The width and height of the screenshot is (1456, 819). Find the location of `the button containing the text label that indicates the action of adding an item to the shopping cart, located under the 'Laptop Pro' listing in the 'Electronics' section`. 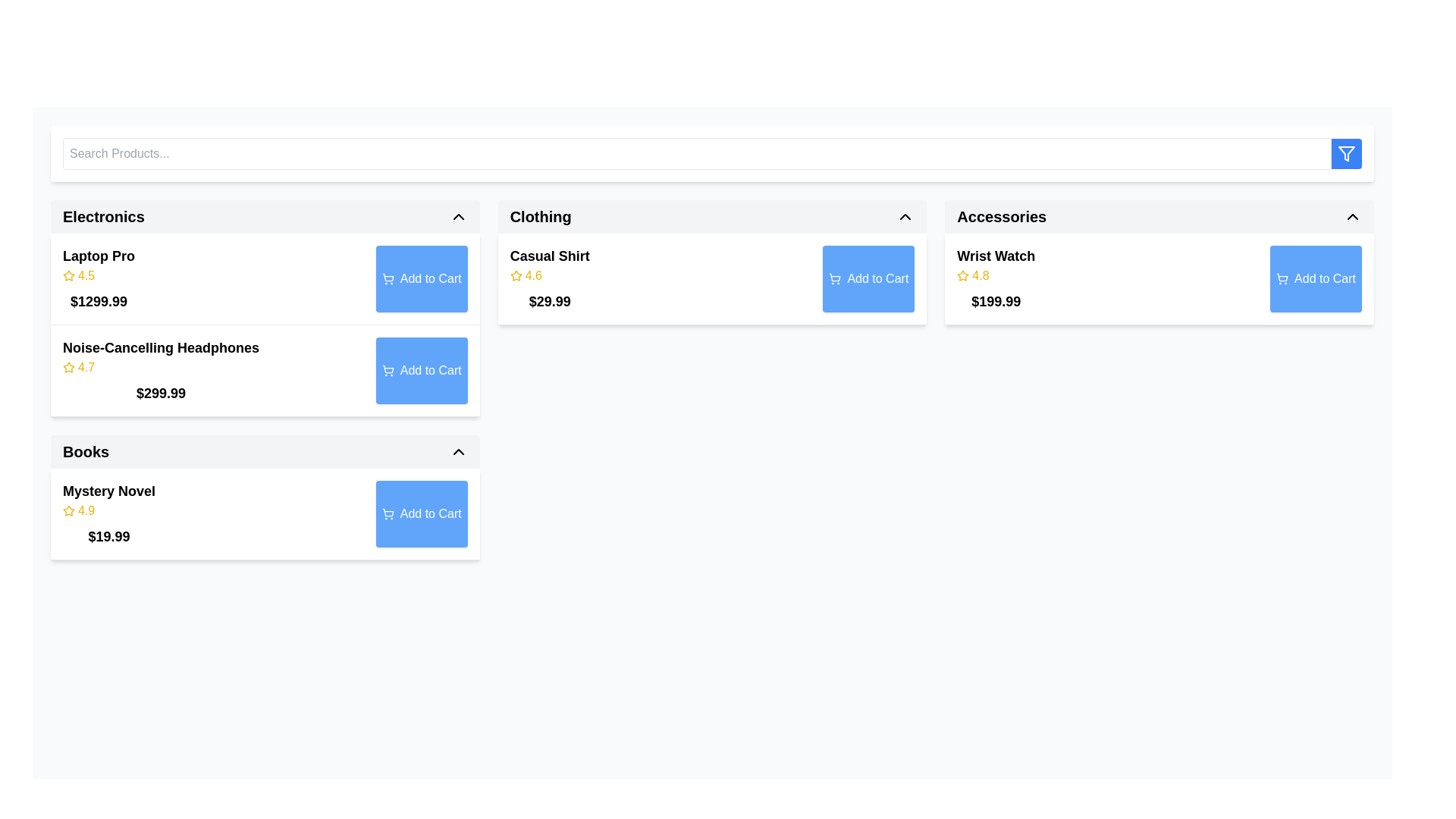

the button containing the text label that indicates the action of adding an item to the shopping cart, located under the 'Laptop Pro' listing in the 'Electronics' section is located at coordinates (430, 278).